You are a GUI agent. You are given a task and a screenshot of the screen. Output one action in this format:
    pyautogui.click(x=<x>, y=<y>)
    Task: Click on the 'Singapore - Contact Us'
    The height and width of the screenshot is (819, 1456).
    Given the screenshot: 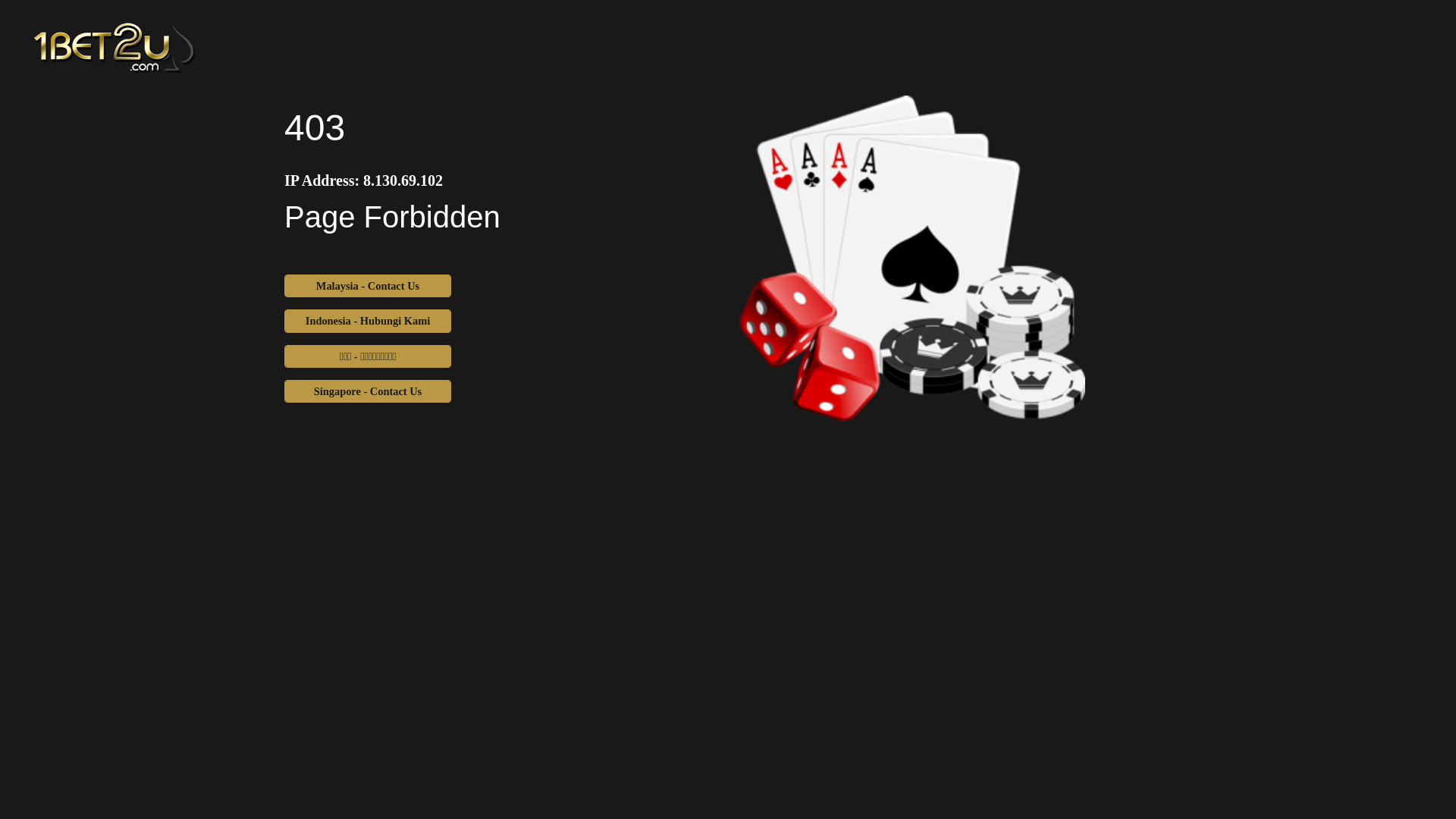 What is the action you would take?
    pyautogui.click(x=367, y=391)
    